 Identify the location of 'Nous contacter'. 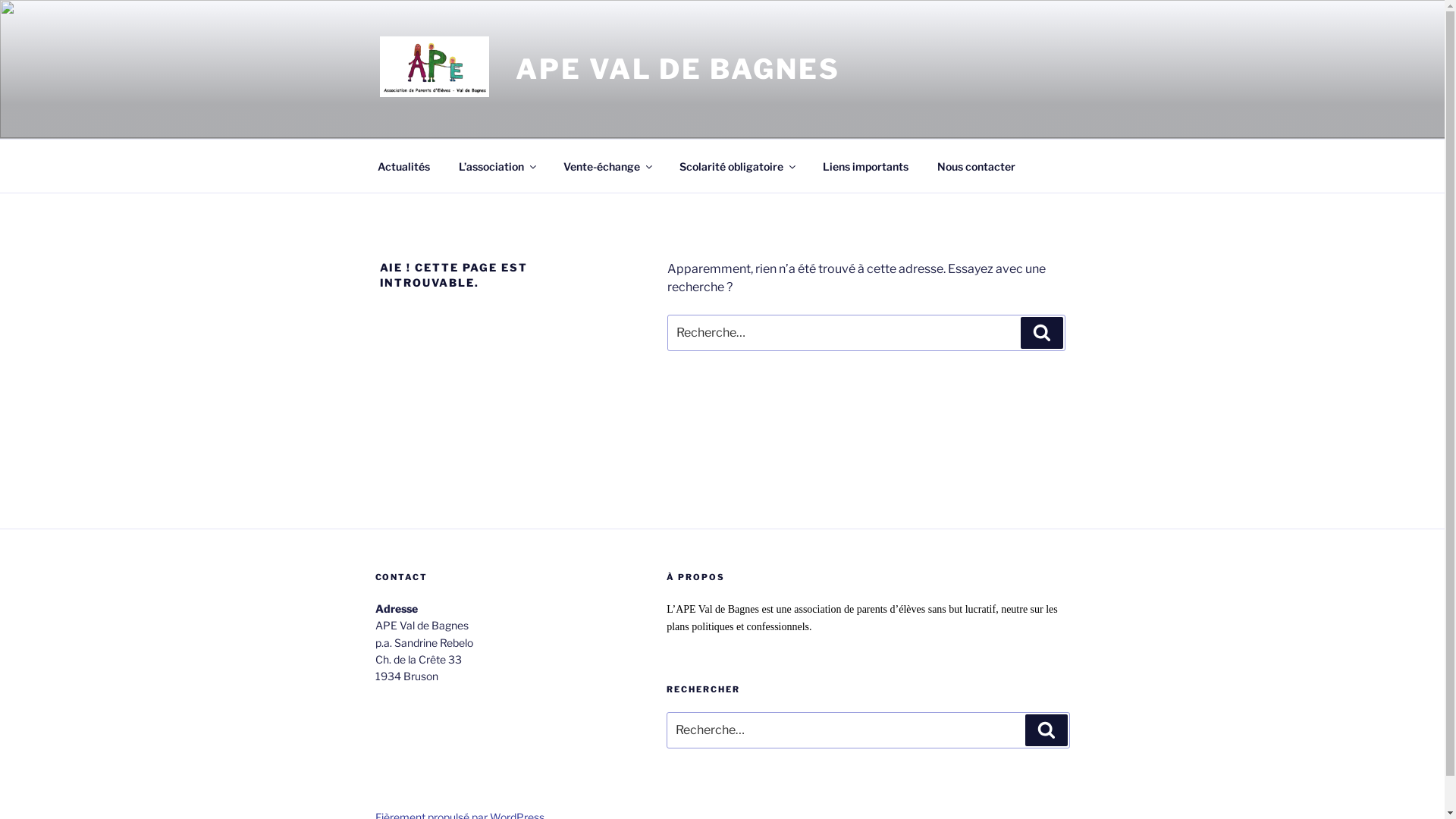
(923, 165).